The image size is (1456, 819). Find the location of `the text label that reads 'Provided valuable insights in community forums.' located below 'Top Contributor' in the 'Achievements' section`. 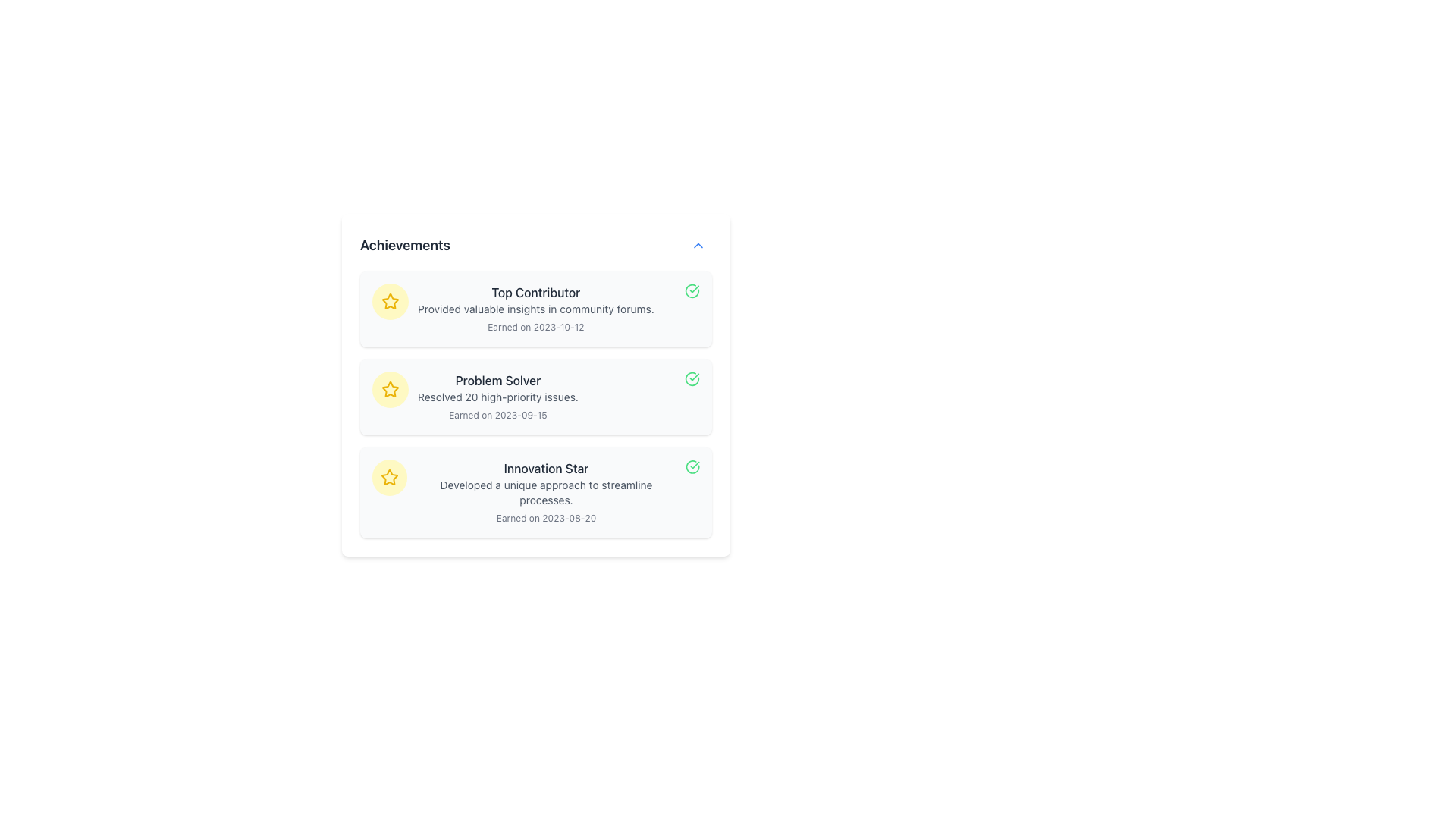

the text label that reads 'Provided valuable insights in community forums.' located below 'Top Contributor' in the 'Achievements' section is located at coordinates (535, 309).